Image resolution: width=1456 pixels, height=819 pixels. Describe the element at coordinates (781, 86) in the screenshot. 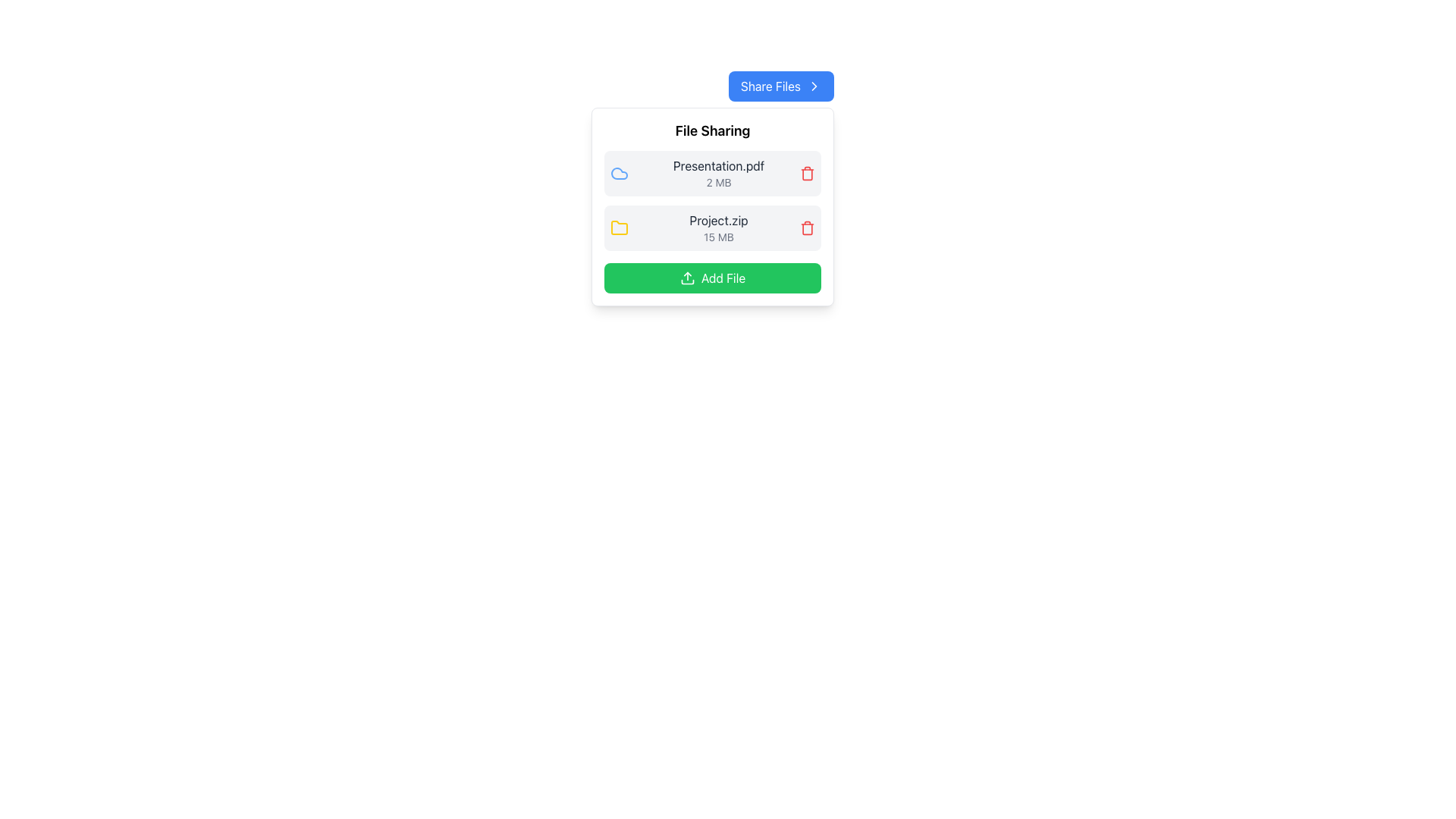

I see `the file sharing button located at the top center of the File Sharing panel` at that location.